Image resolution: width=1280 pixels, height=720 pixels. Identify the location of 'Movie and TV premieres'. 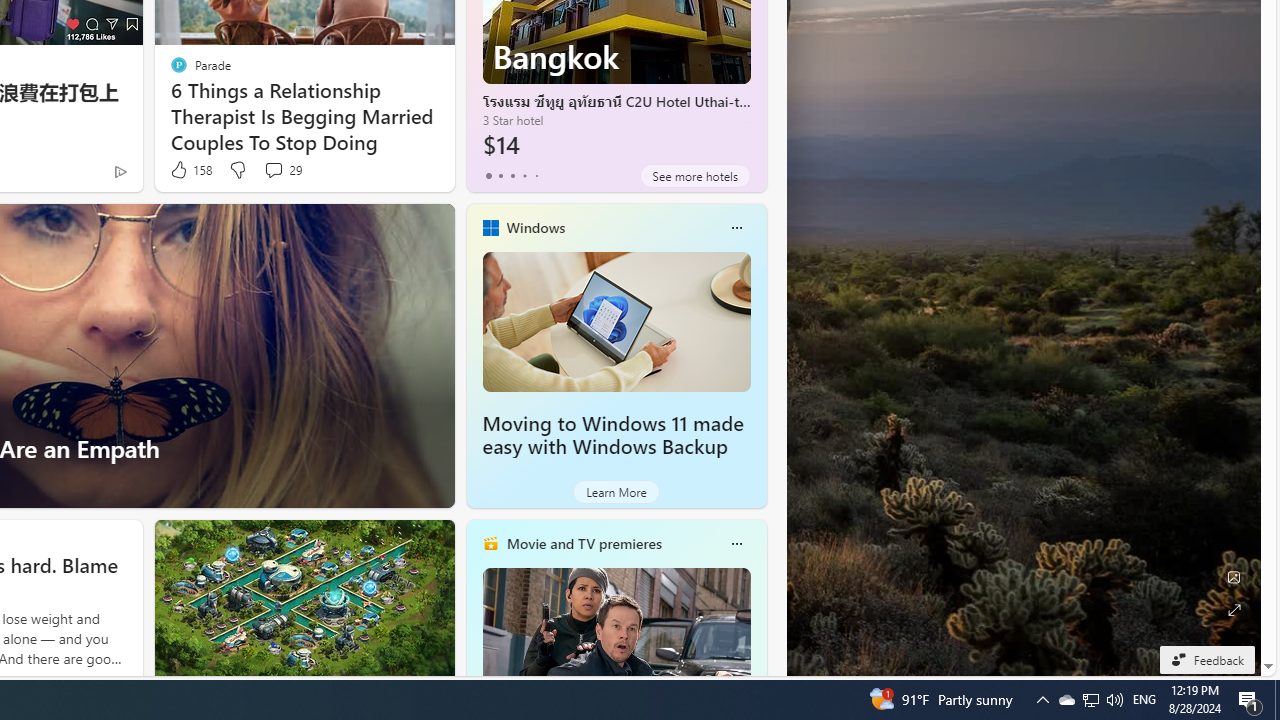
(582, 543).